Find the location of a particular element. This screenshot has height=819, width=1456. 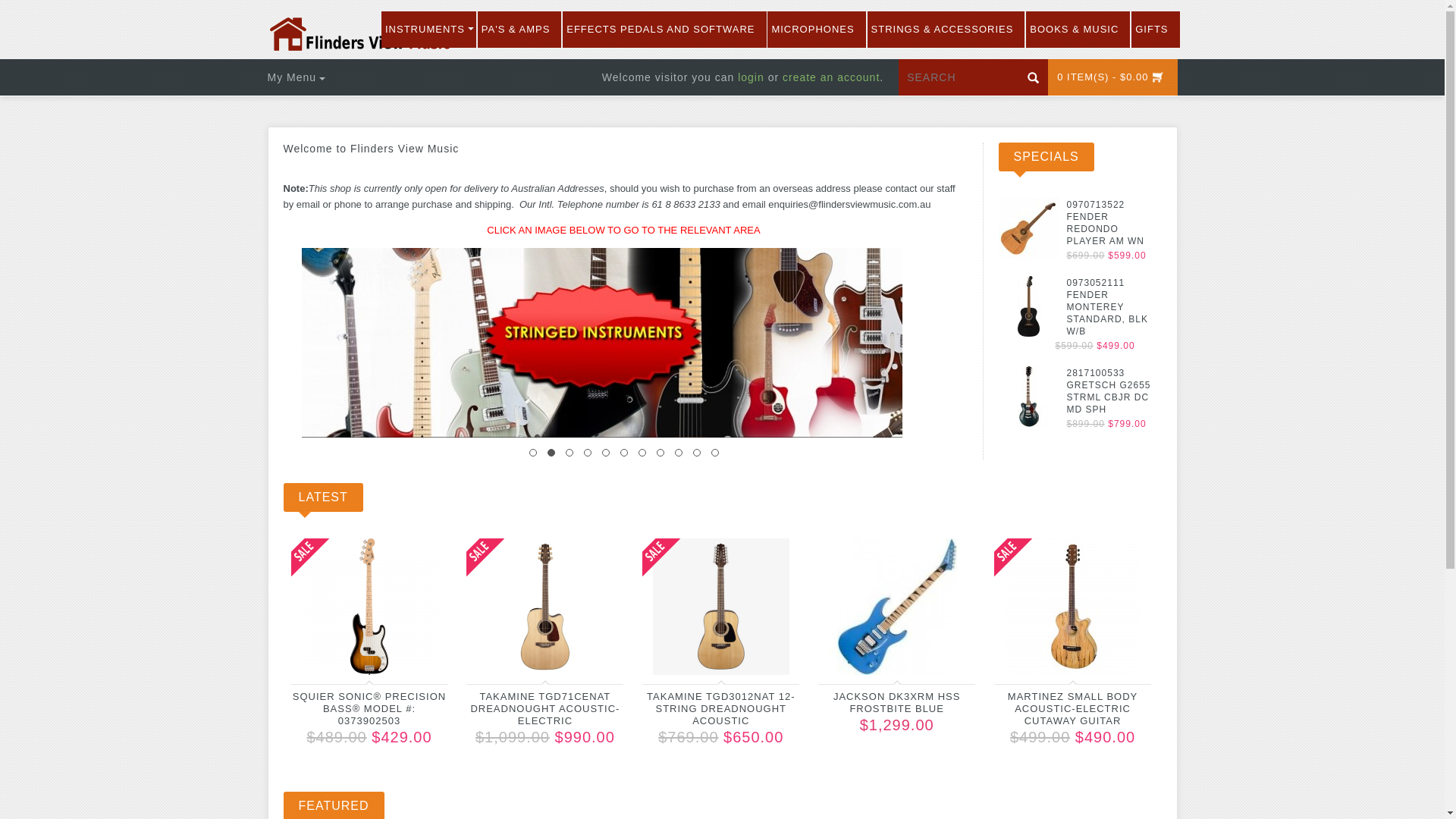

'PA'S & AMPS' is located at coordinates (519, 29).